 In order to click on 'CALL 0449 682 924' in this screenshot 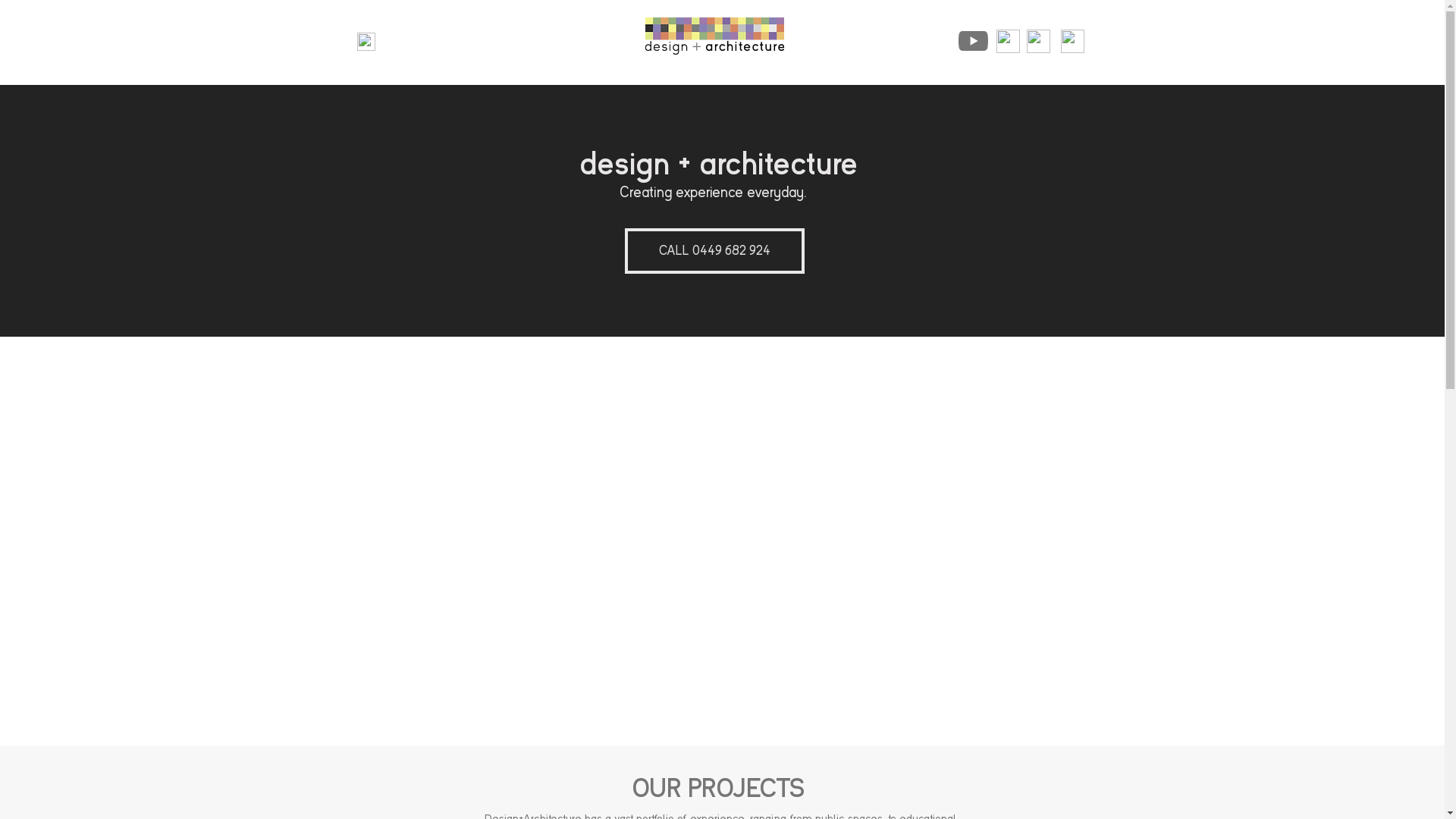, I will do `click(714, 250)`.